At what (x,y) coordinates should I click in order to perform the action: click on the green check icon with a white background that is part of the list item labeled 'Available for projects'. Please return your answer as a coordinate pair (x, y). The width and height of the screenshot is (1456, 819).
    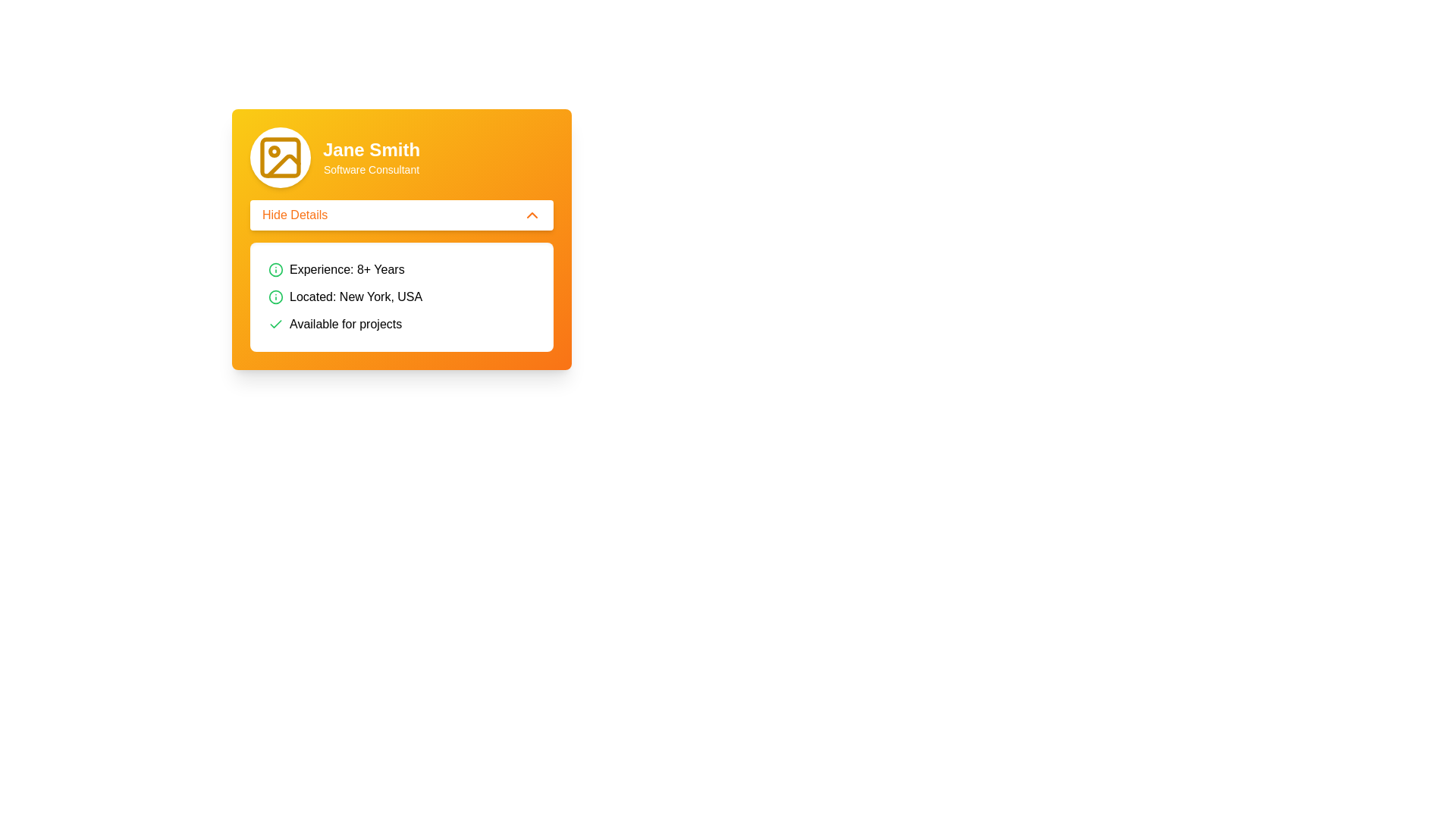
    Looking at the image, I should click on (276, 324).